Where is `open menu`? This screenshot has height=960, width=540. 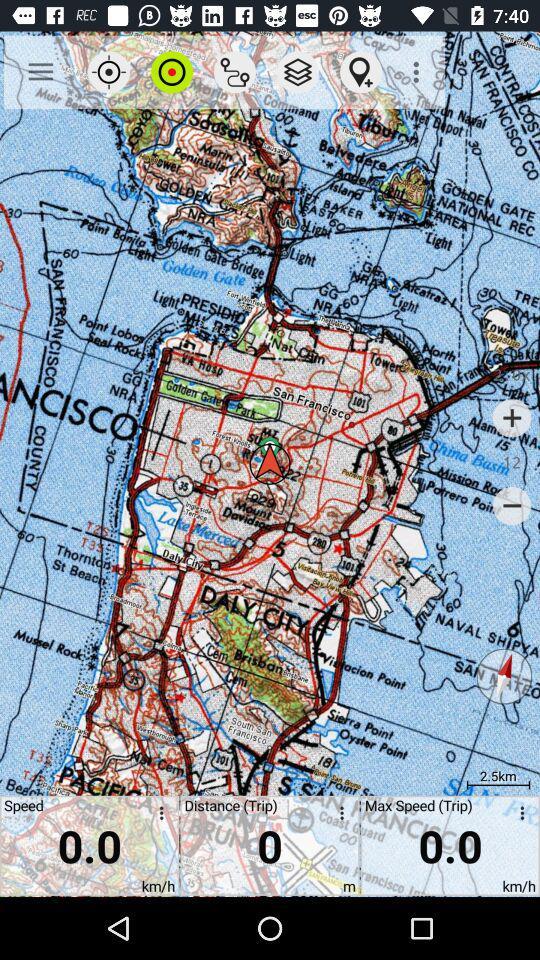 open menu is located at coordinates (518, 816).